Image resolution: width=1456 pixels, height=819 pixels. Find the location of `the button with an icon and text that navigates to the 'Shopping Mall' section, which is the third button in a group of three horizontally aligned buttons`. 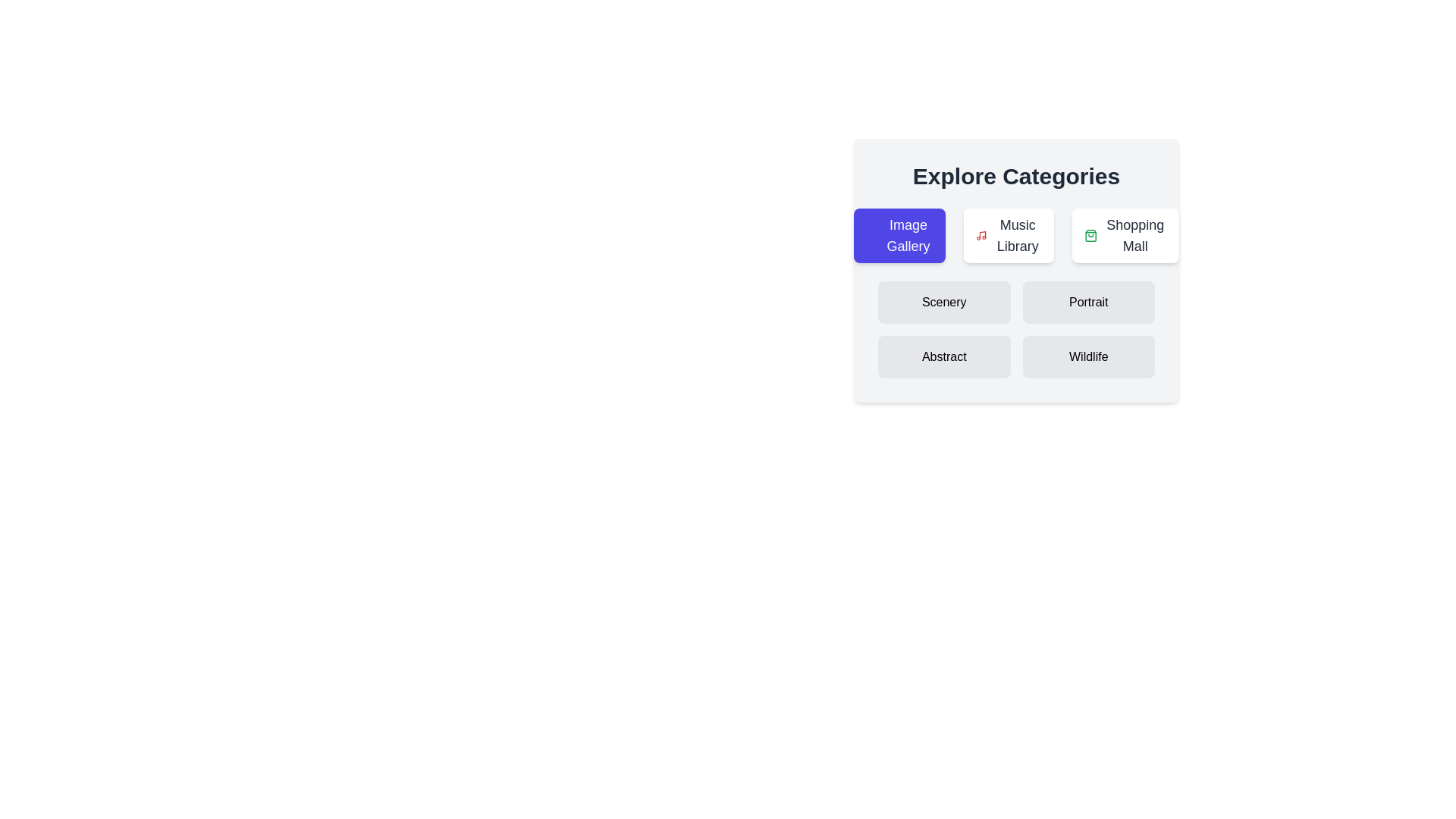

the button with an icon and text that navigates to the 'Shopping Mall' section, which is the third button in a group of three horizontally aligned buttons is located at coordinates (1125, 236).